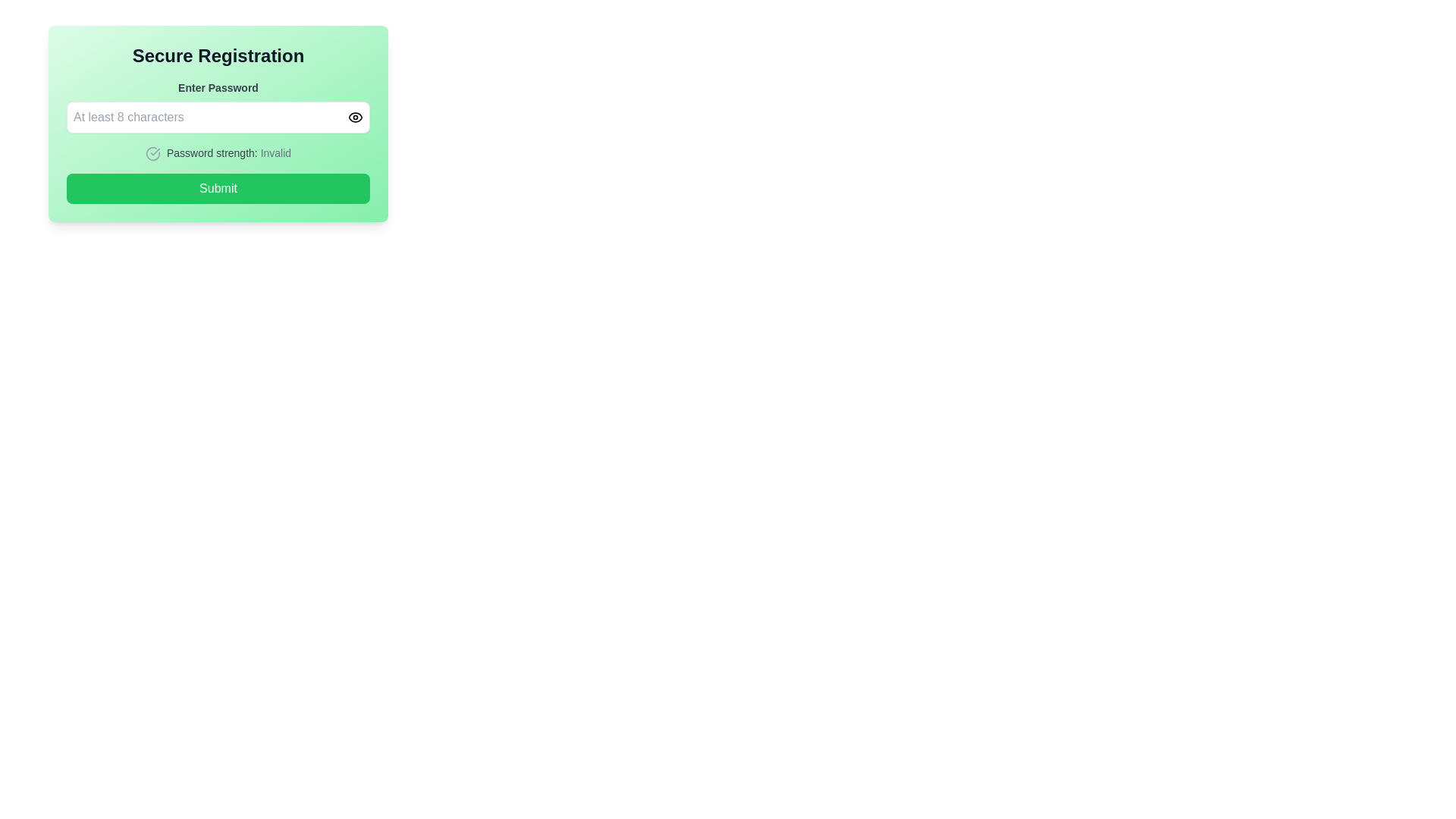  I want to click on the submit button located at the bottom of the registration form, so click(218, 188).